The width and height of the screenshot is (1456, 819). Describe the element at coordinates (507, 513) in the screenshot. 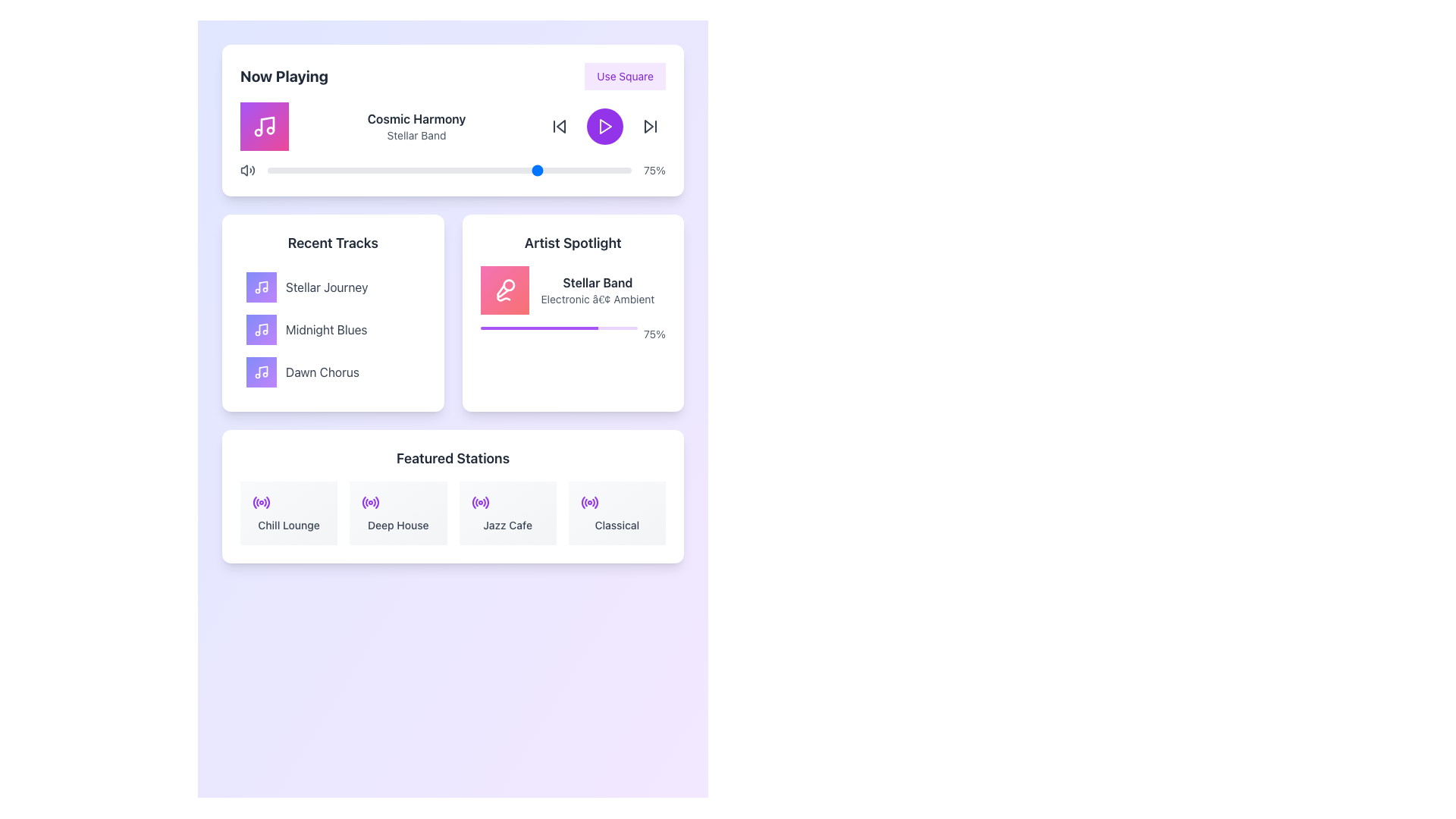

I see `the 'Jazz Cafe' selectable card located in the 'Featured Stations' grid` at that location.